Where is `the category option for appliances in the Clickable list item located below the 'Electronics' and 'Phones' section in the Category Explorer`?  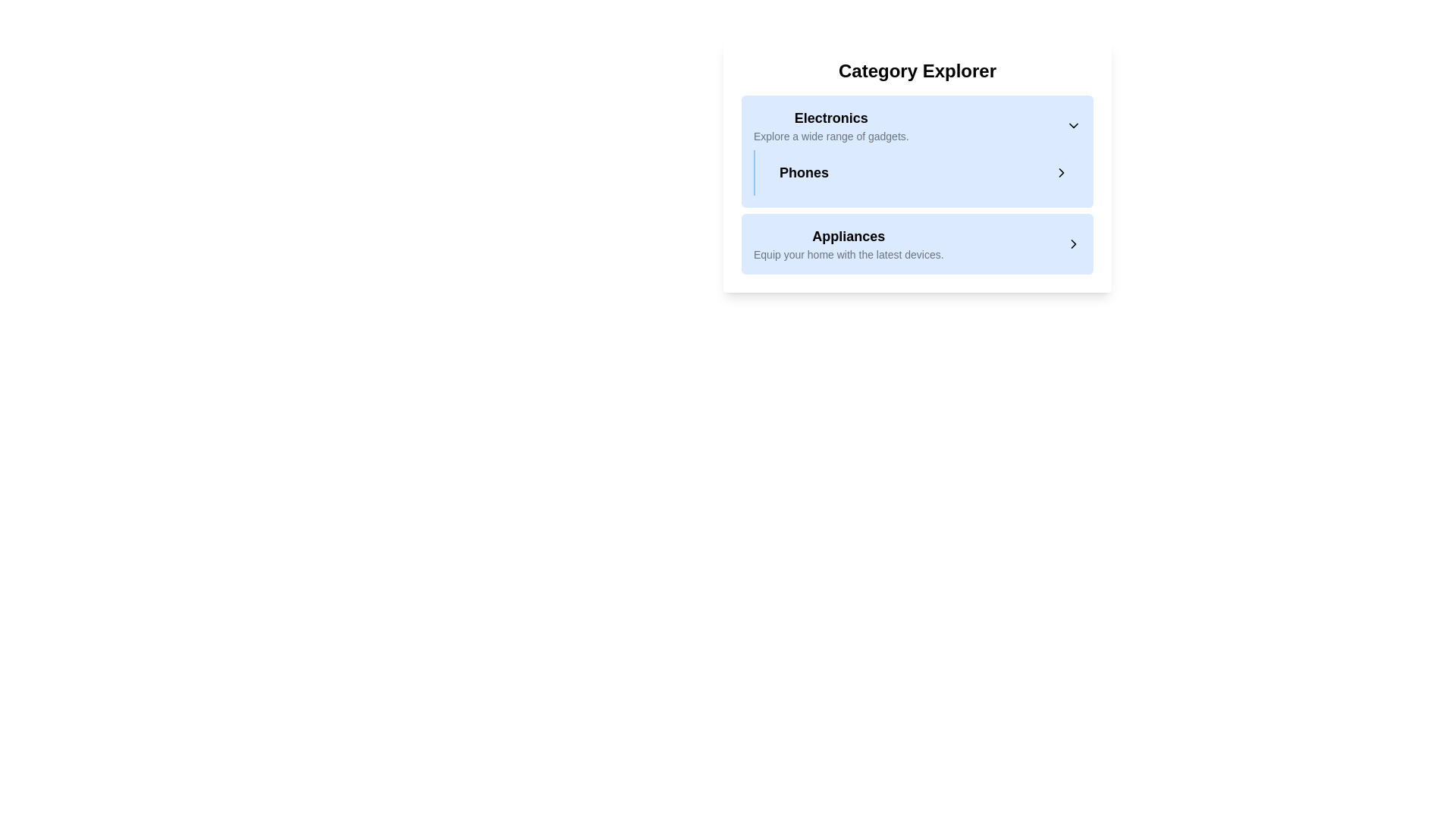 the category option for appliances in the Clickable list item located below the 'Electronics' and 'Phones' section in the Category Explorer is located at coordinates (916, 243).